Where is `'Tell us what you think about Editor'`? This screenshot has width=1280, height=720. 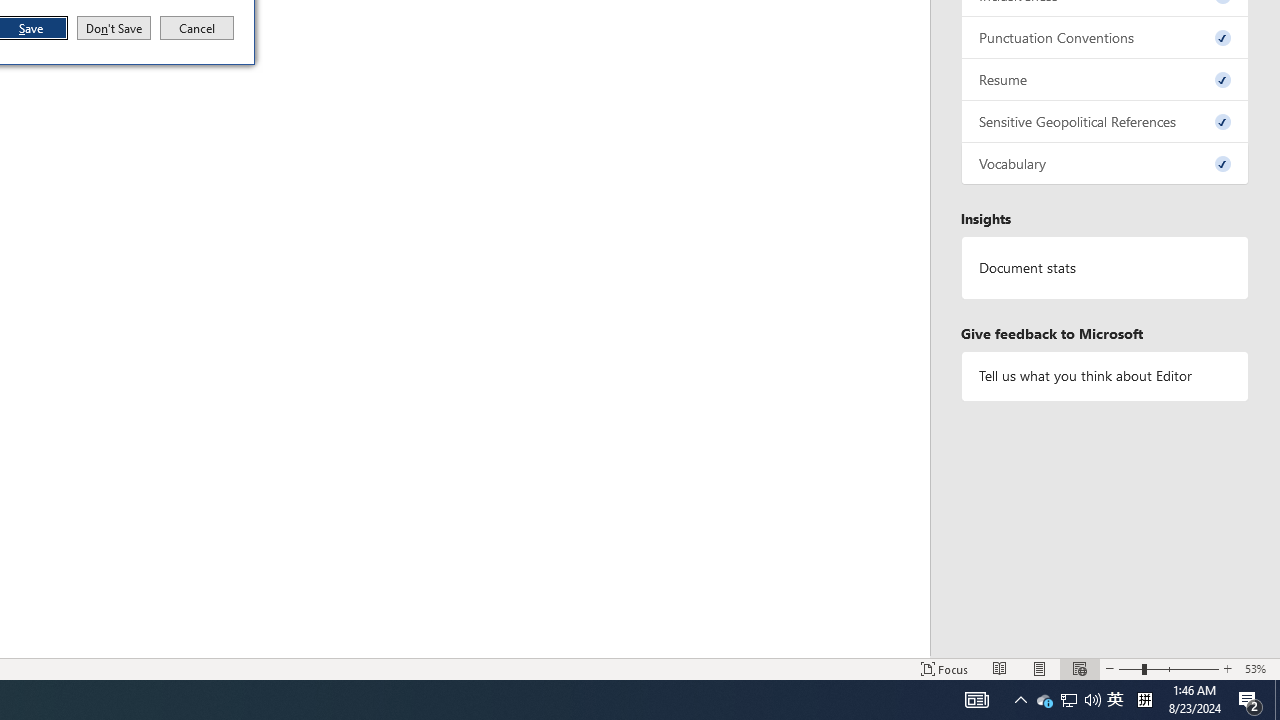 'Tell us what you think about Editor' is located at coordinates (1104, 376).